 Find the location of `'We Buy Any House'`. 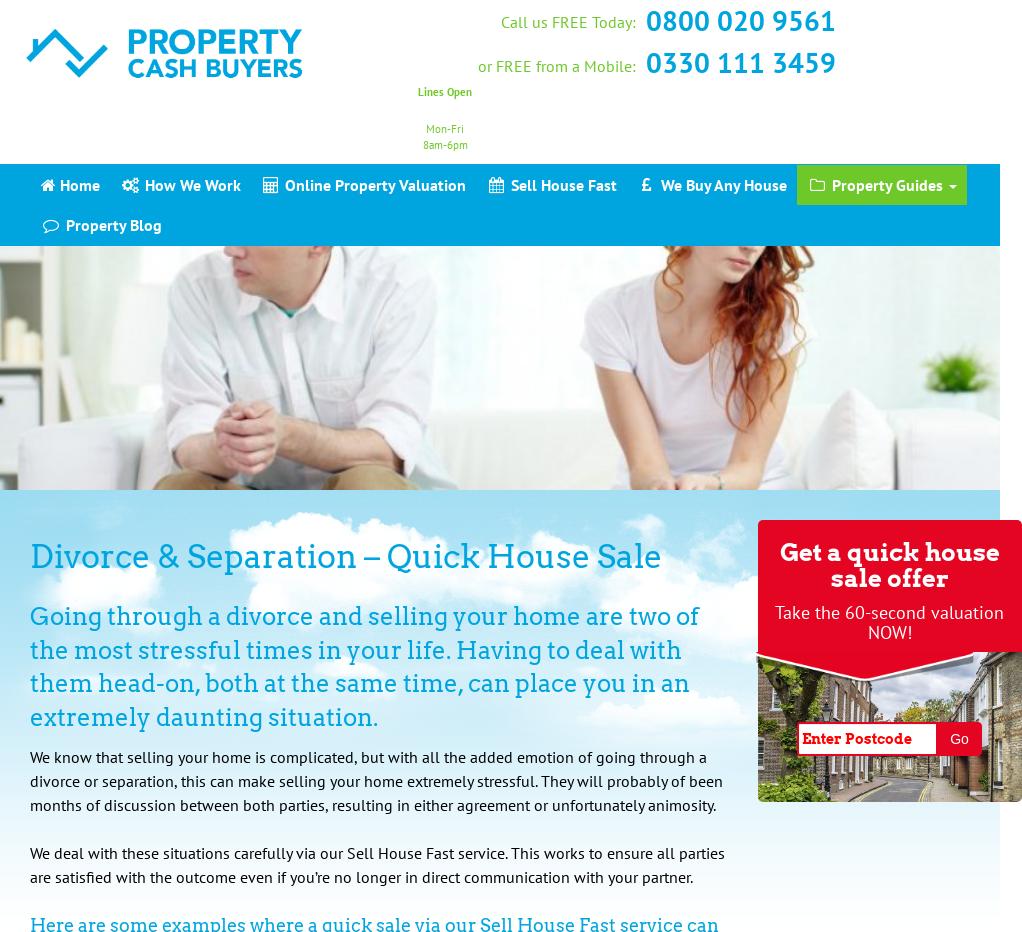

'We Buy Any House' is located at coordinates (657, 183).